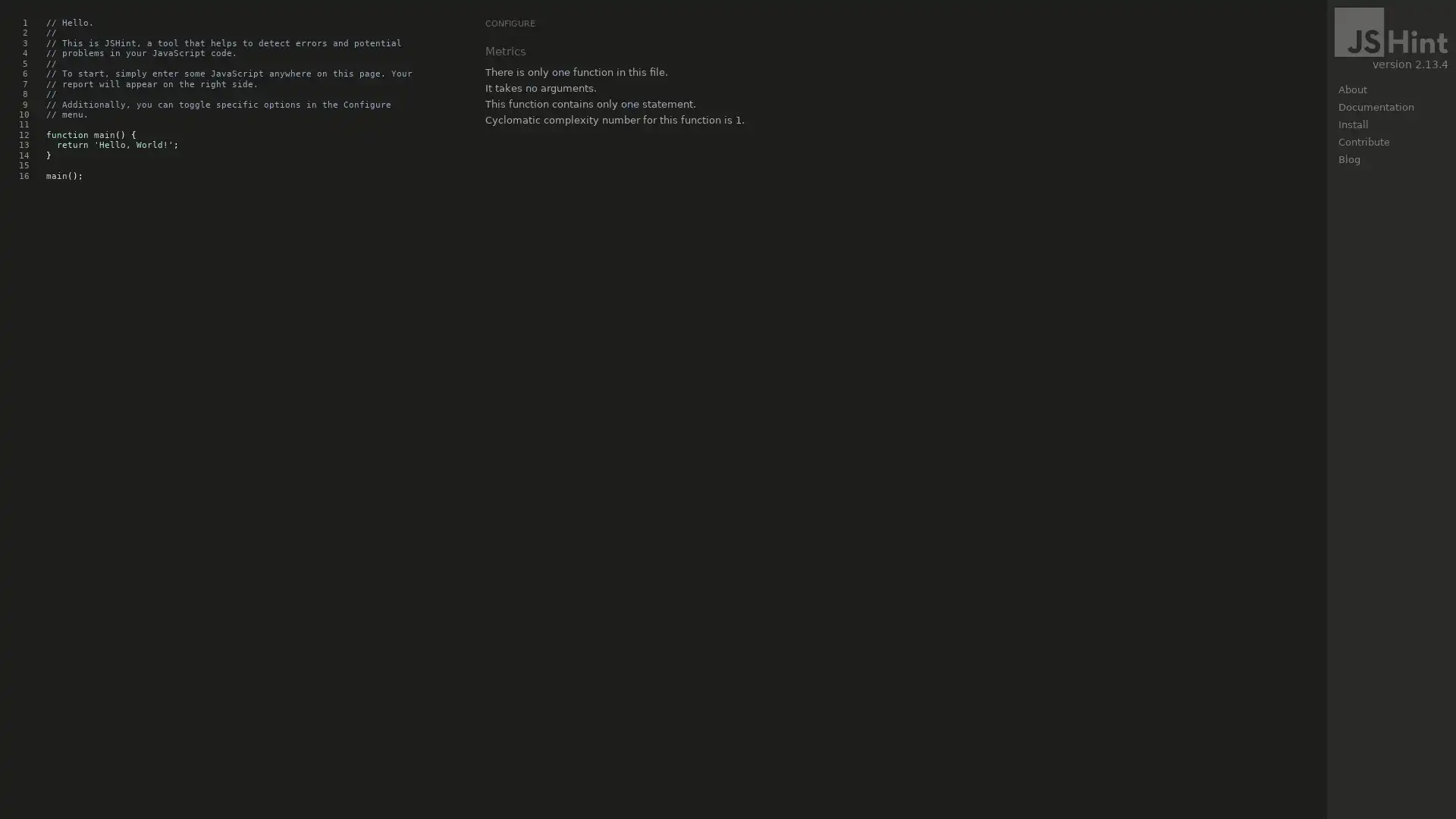 Image resolution: width=1456 pixels, height=819 pixels. I want to click on CONFIGURE, so click(510, 24).